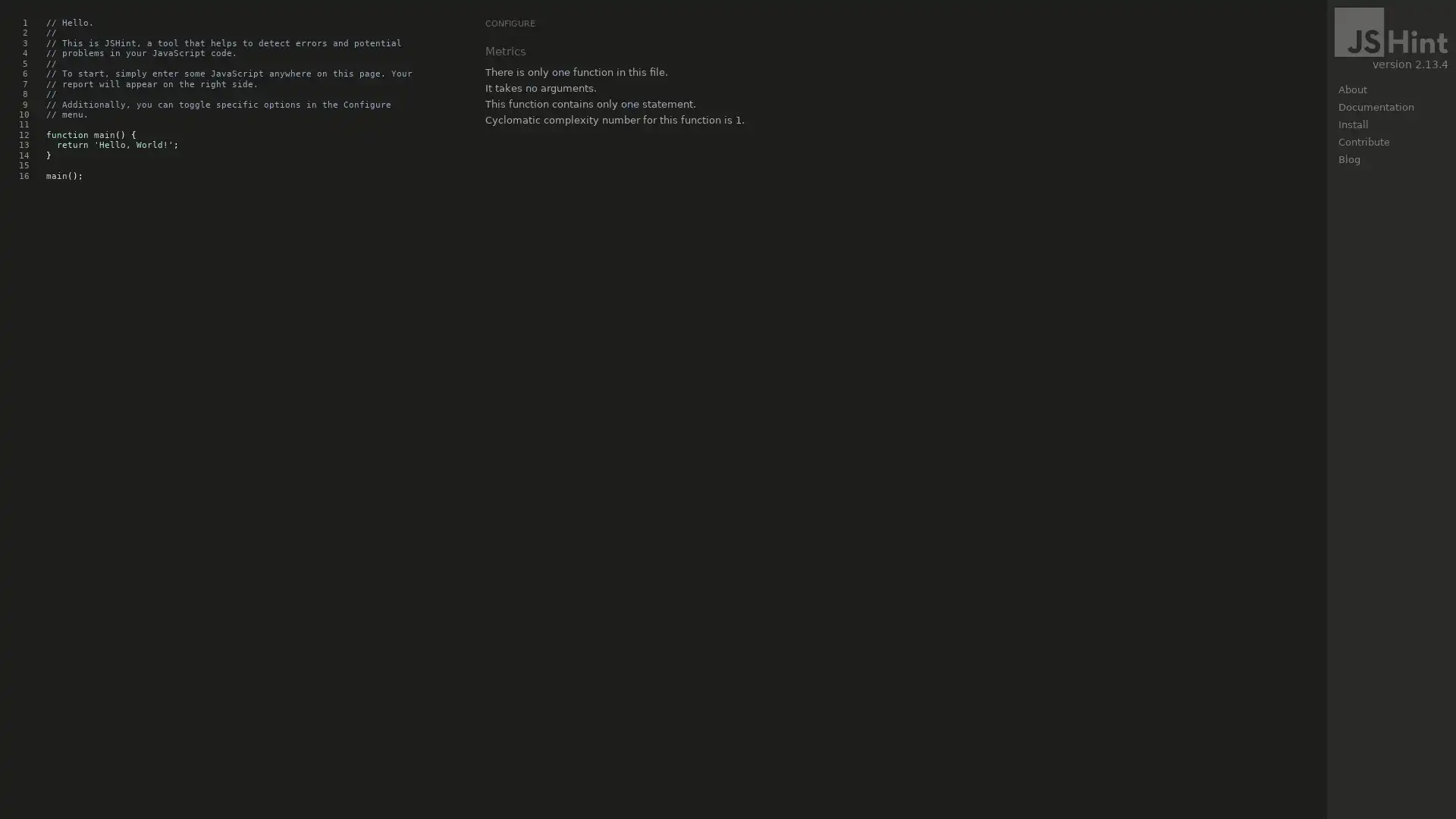 Image resolution: width=1456 pixels, height=819 pixels. I want to click on CONFIGURE, so click(510, 24).